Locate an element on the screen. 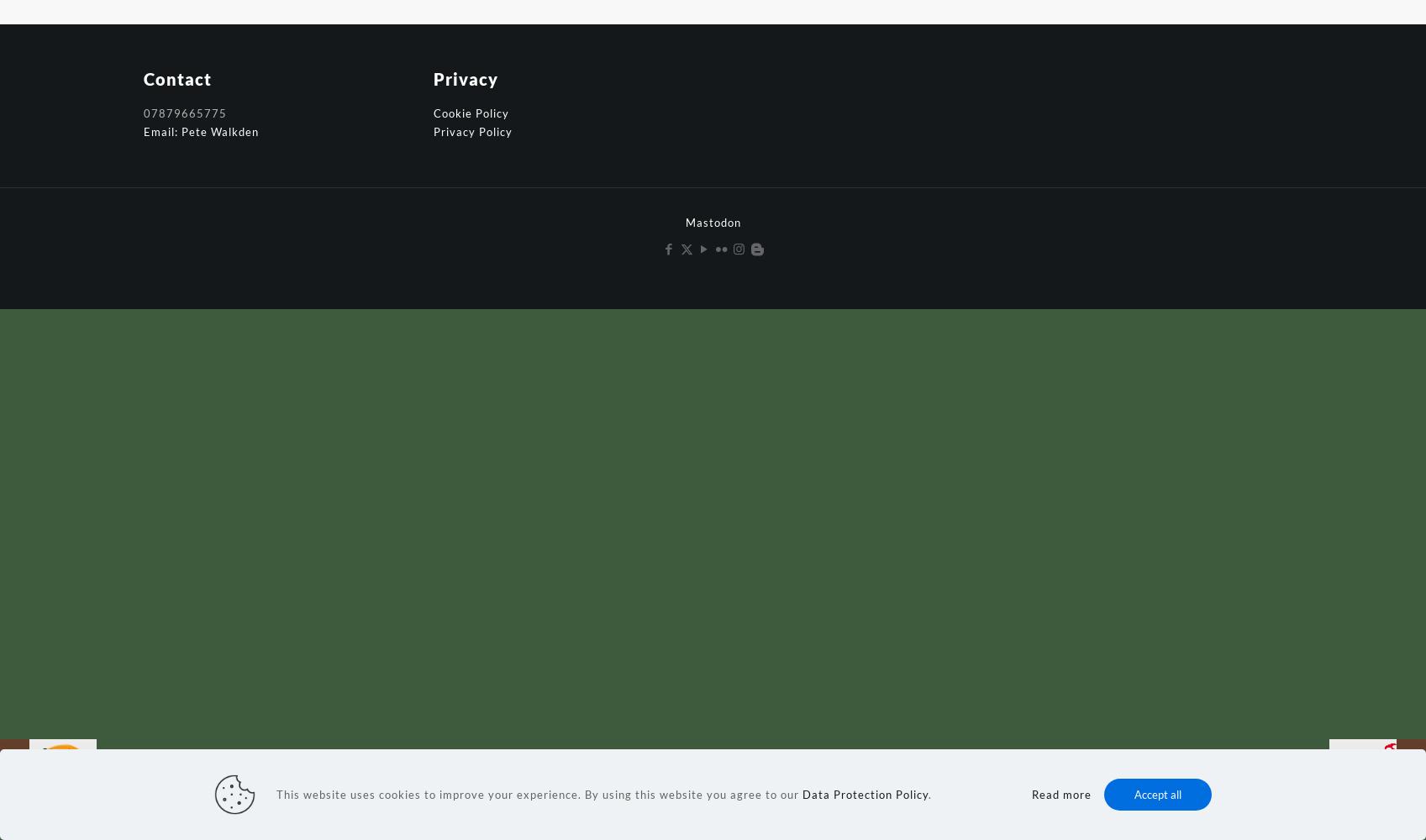  'Privacy' is located at coordinates (464, 78).